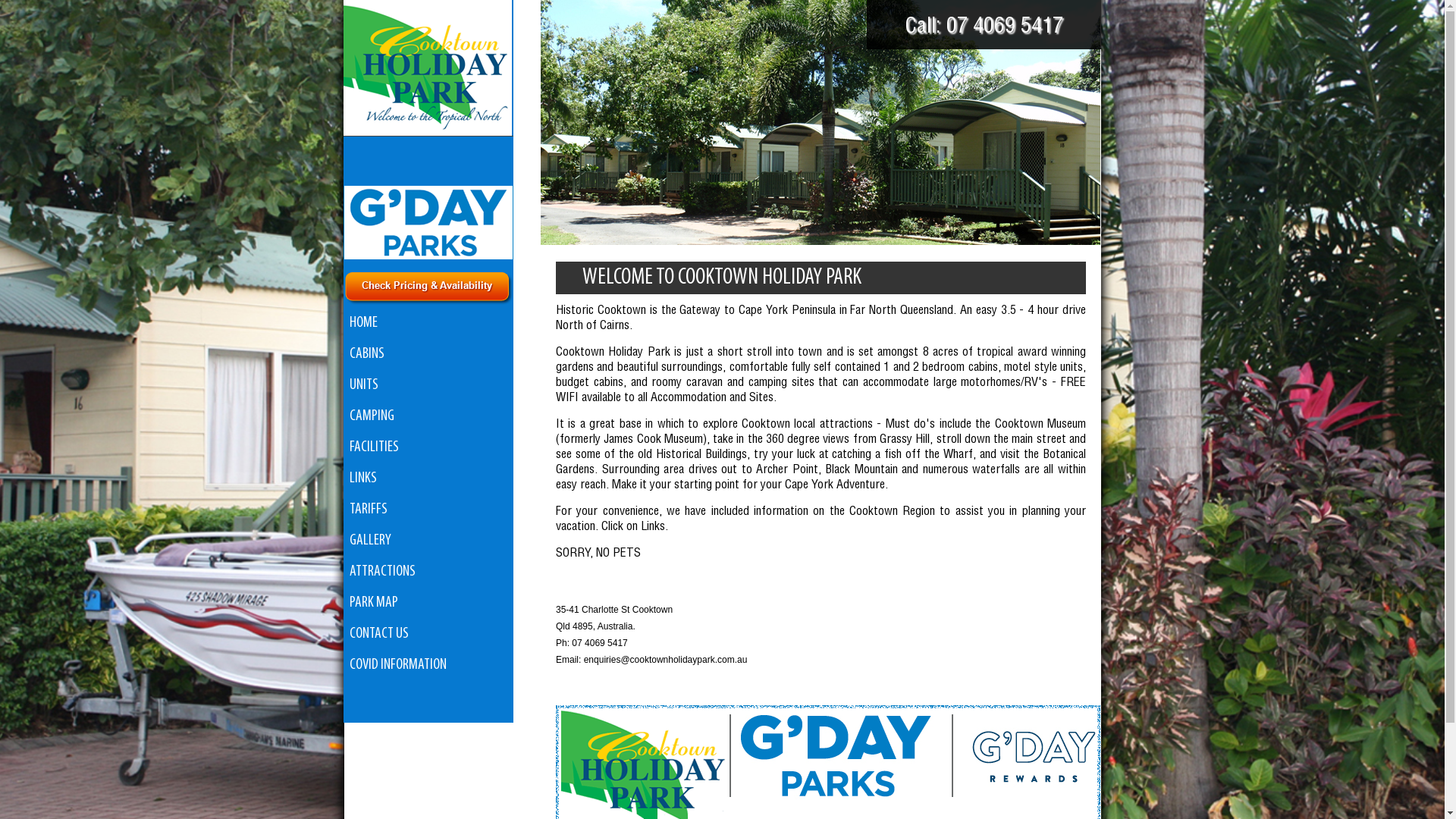 The height and width of the screenshot is (819, 1456). I want to click on 'LINKS', so click(342, 479).